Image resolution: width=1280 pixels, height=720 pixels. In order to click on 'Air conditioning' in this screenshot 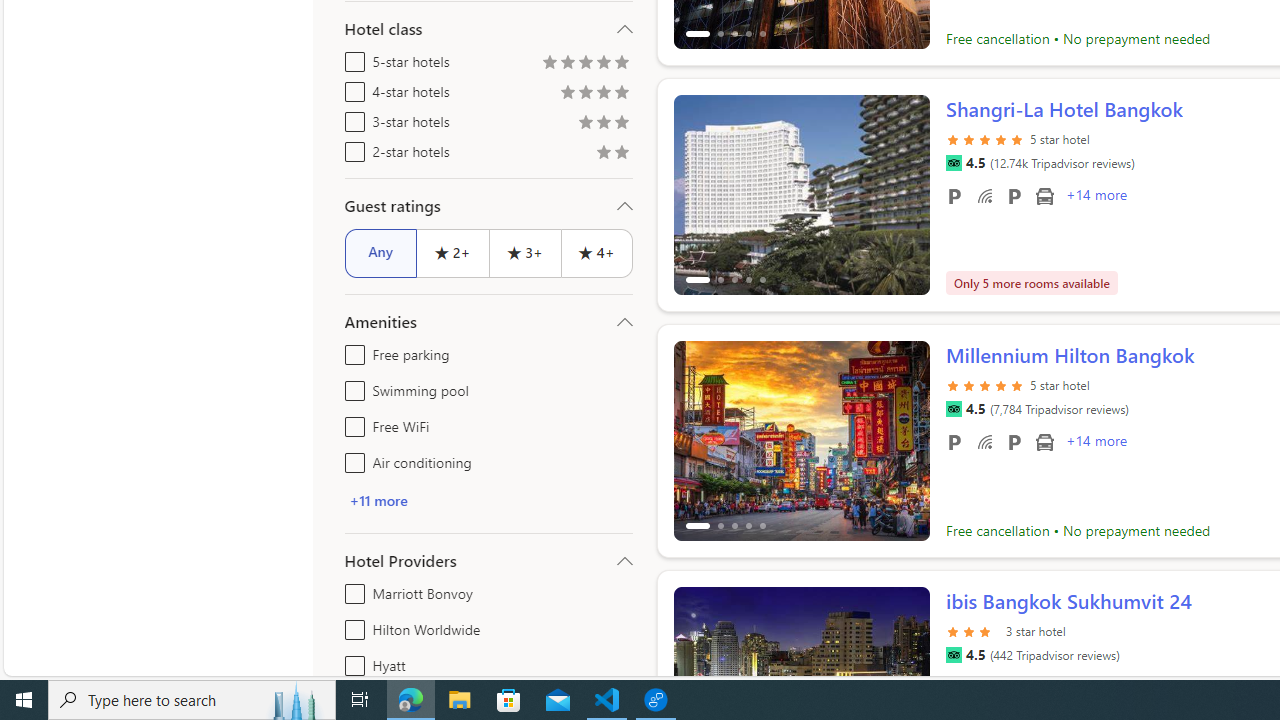, I will do `click(351, 459)`.